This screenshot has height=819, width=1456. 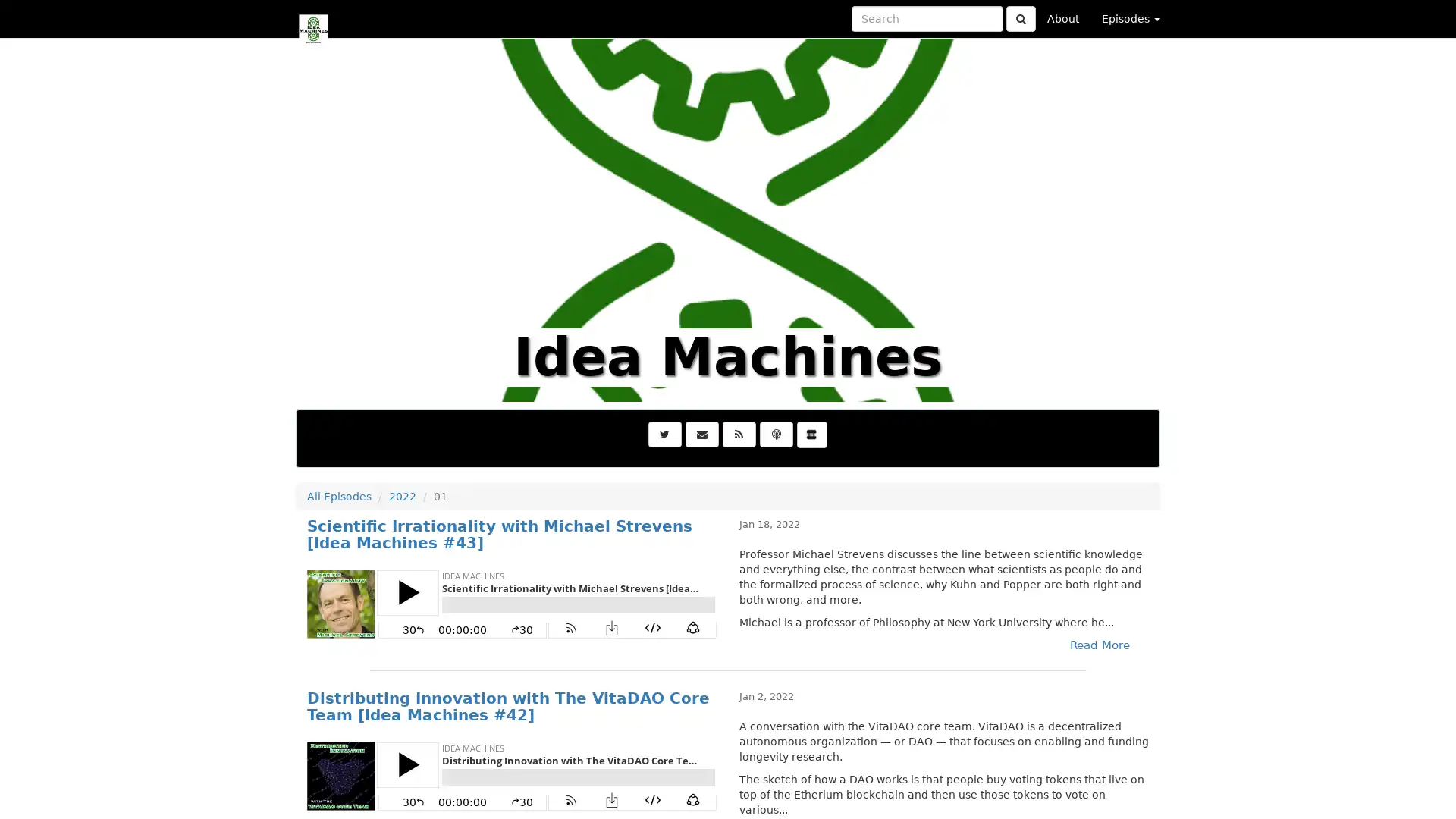 I want to click on Click to submit search, so click(x=1021, y=18).